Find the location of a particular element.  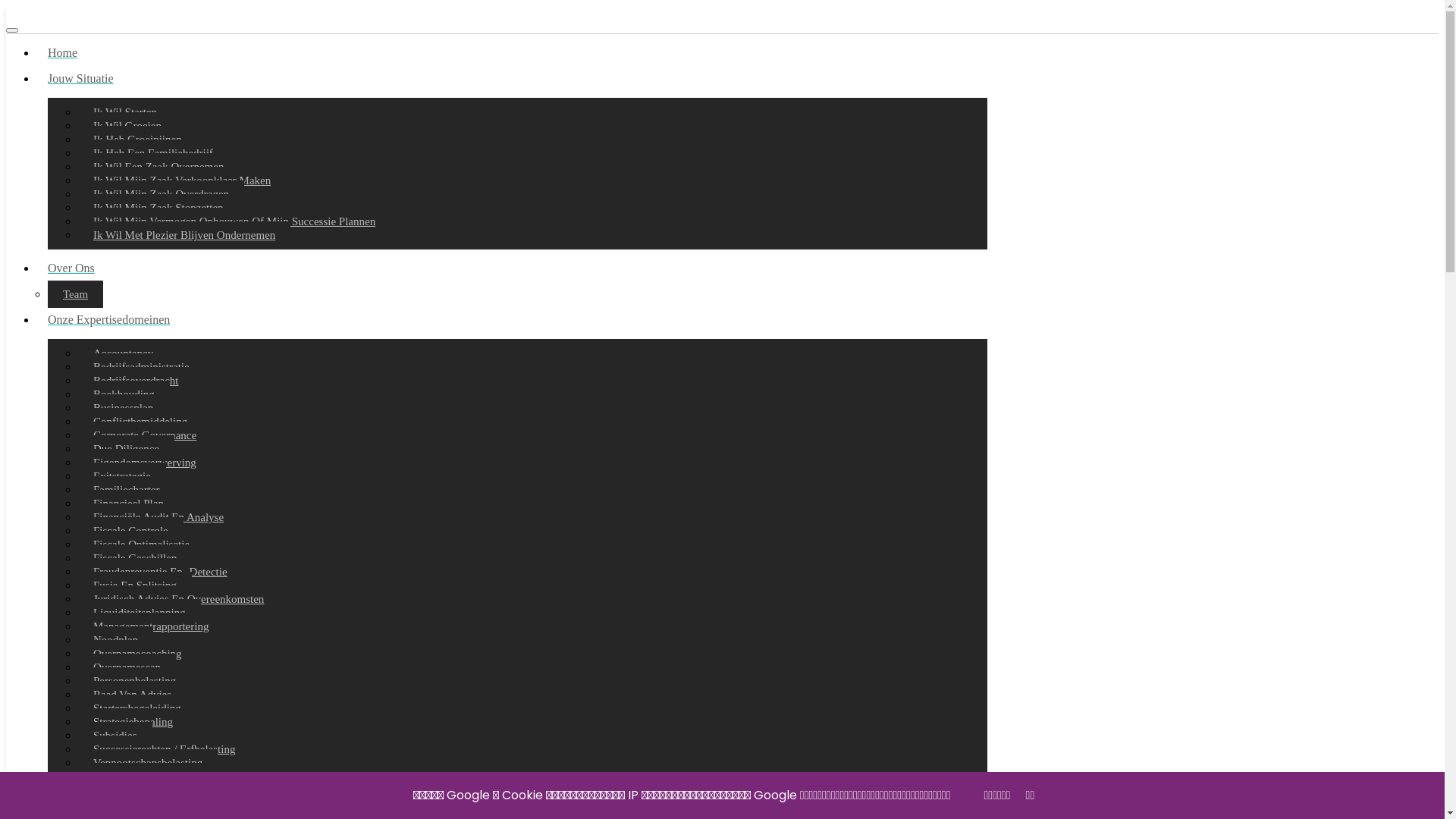

'Managementrapportering' is located at coordinates (150, 626).